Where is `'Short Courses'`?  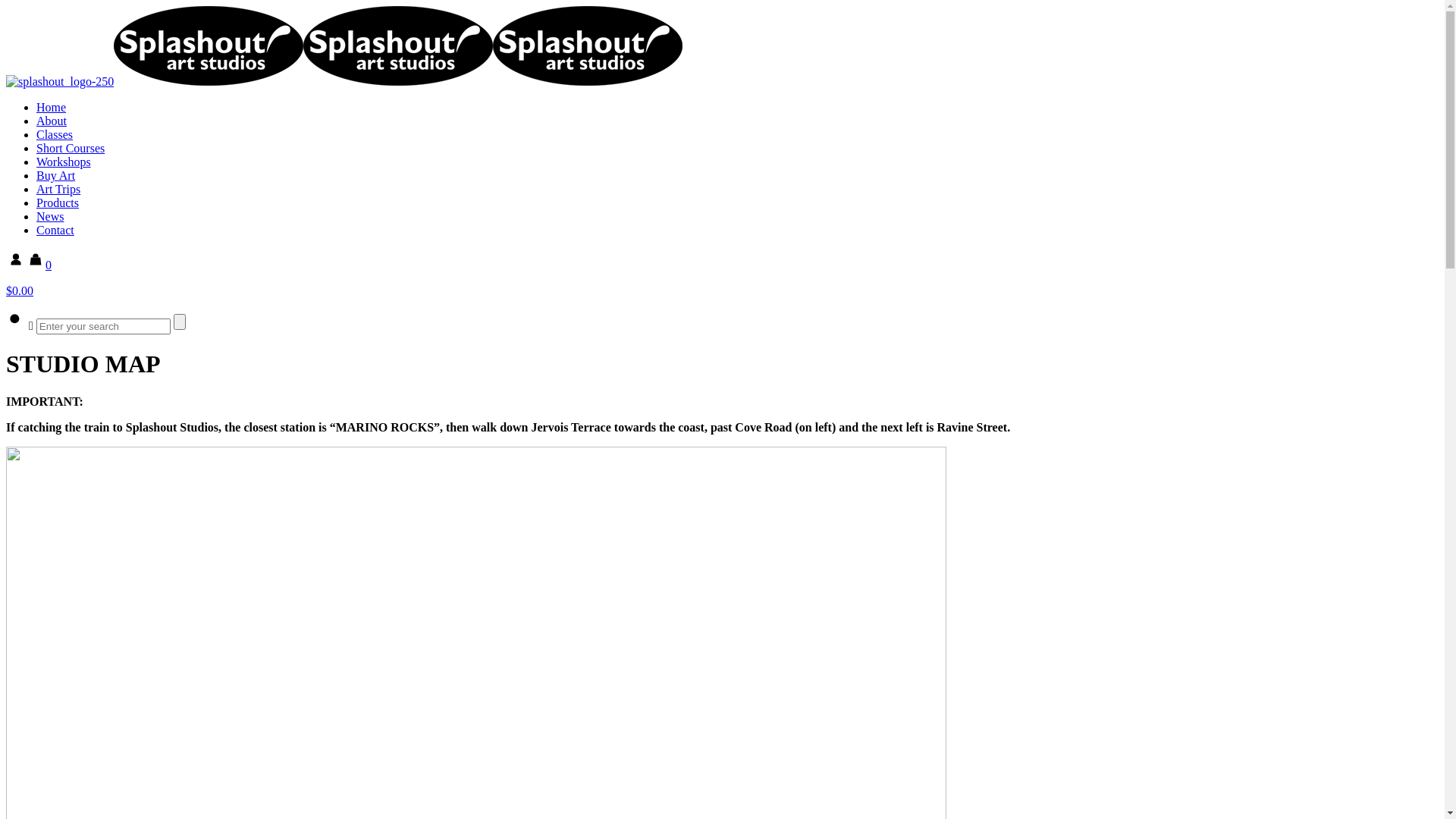
'Short Courses' is located at coordinates (69, 148).